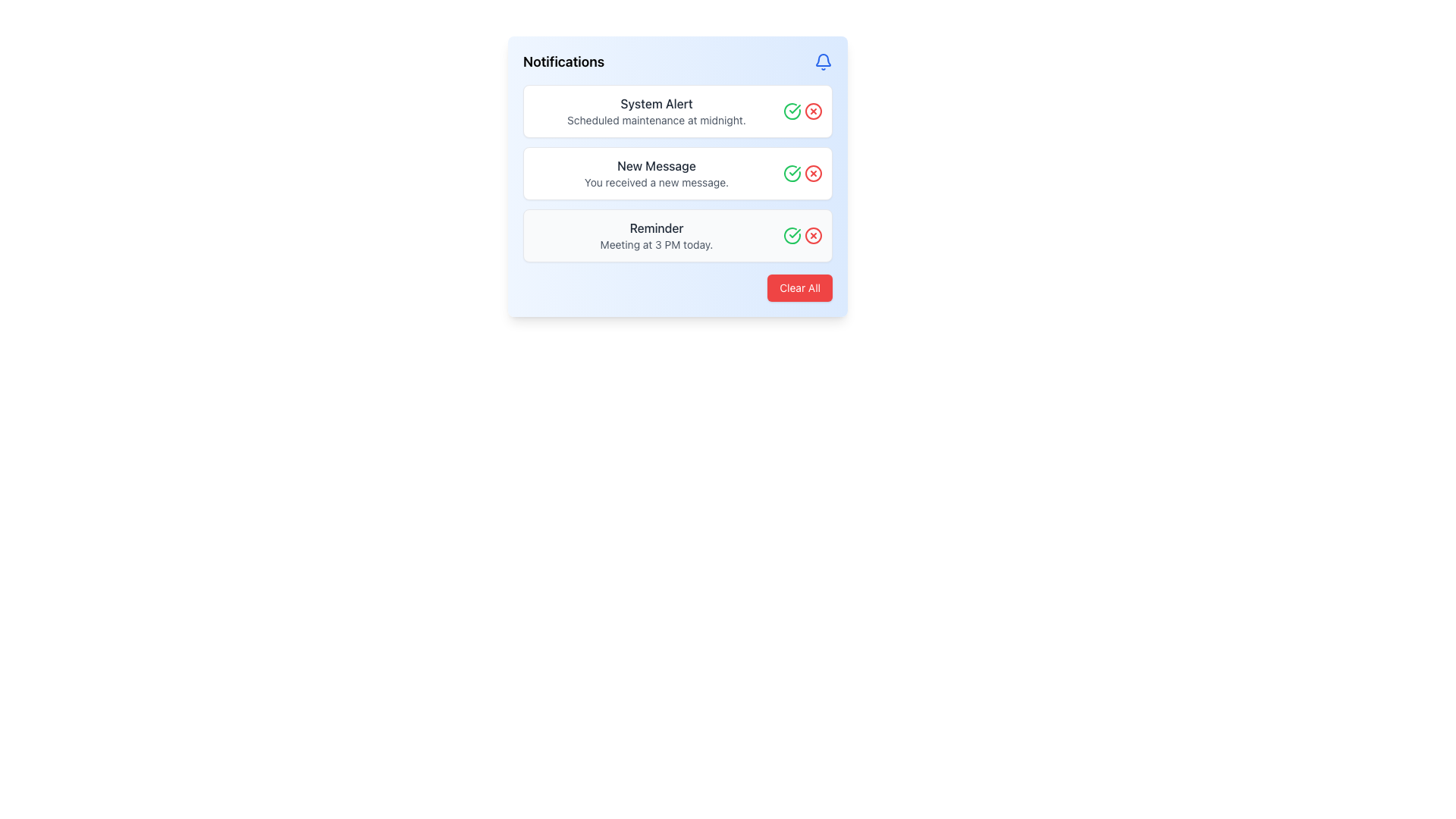 This screenshot has height=819, width=1456. I want to click on the green checkmark icon button inside the 'System Alert' notification item, which is the leftmost icon in the group of two interactive icons on the right side of the notification entry, so click(792, 110).